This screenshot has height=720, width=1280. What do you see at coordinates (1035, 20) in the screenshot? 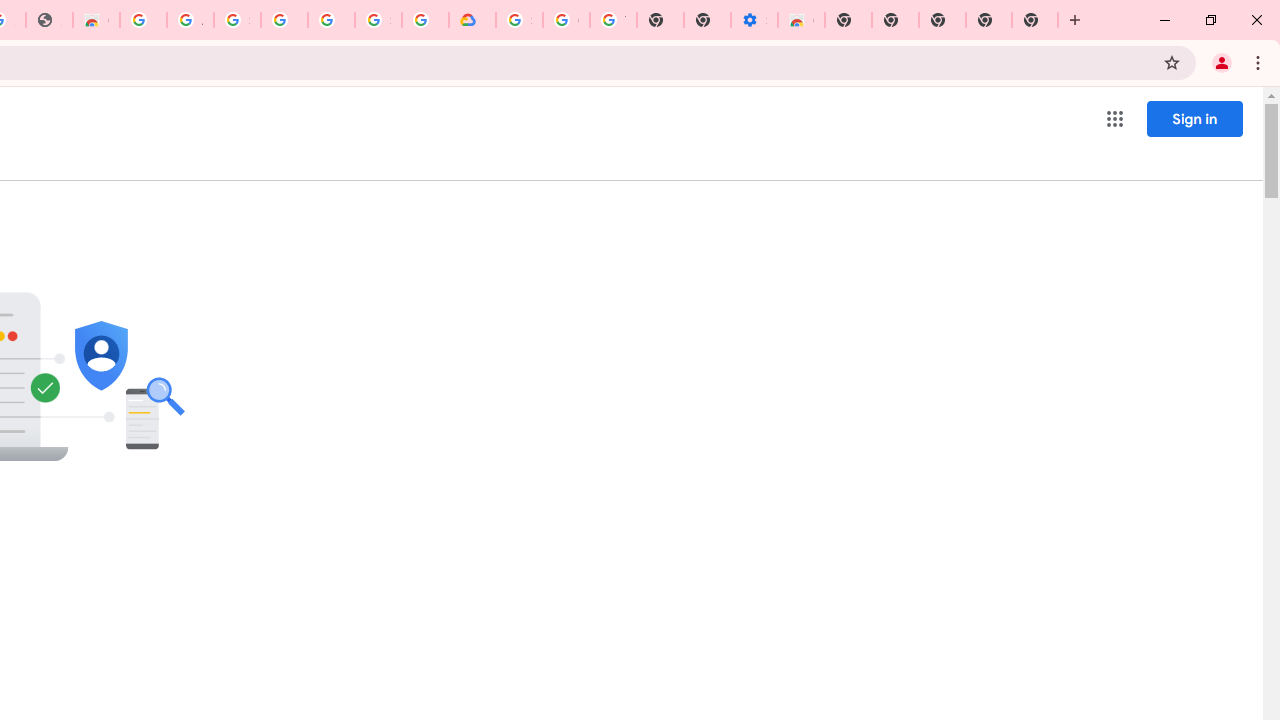
I see `'New Tab'` at bounding box center [1035, 20].